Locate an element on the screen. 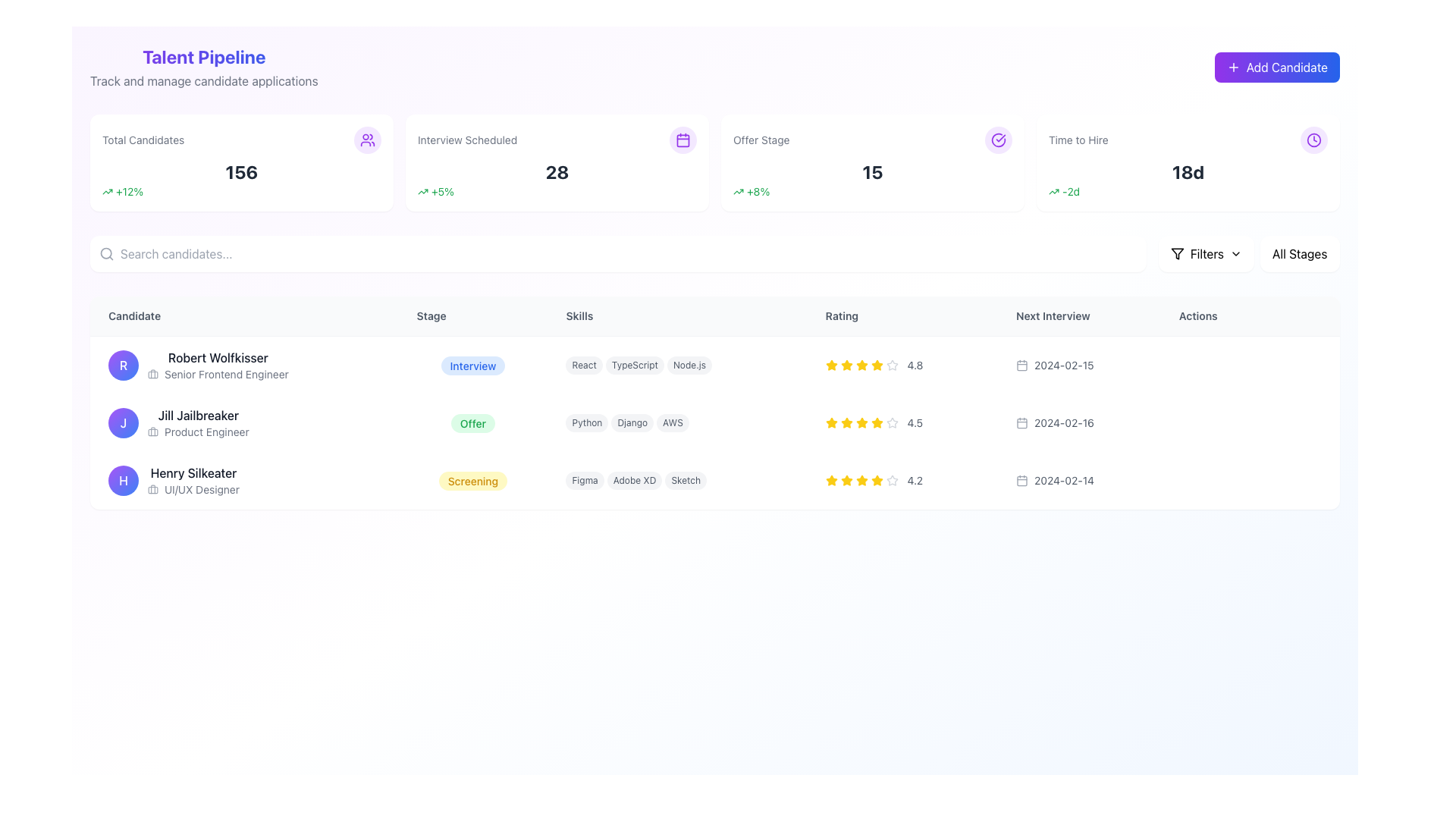  the decorative status icon located on the right side of the 'Offer Stage' section, next to the numeric indicator is located at coordinates (998, 140).